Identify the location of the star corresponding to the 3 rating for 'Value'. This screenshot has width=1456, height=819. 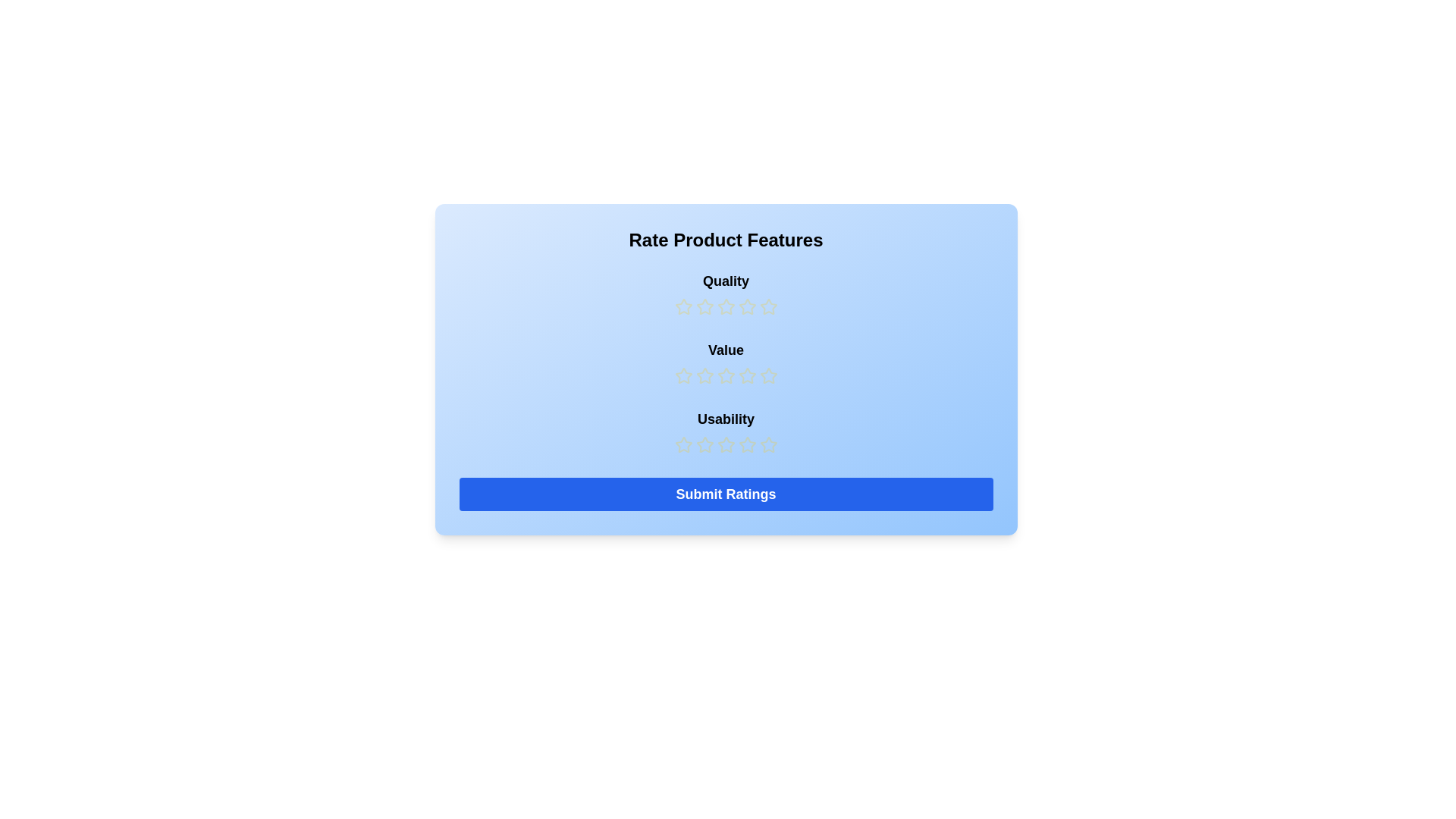
(725, 375).